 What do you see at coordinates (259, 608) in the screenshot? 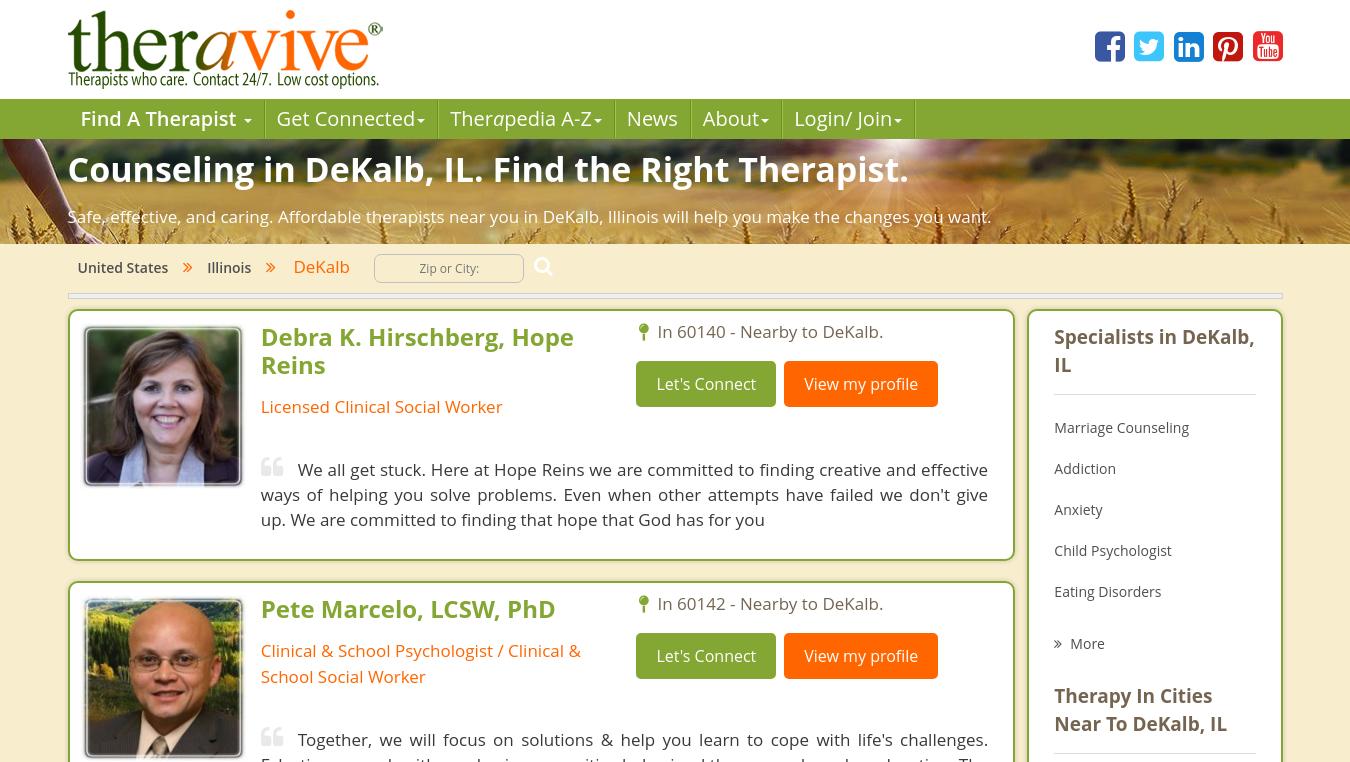
I see `'Pete Marcelo, LCSW, PhD'` at bounding box center [259, 608].